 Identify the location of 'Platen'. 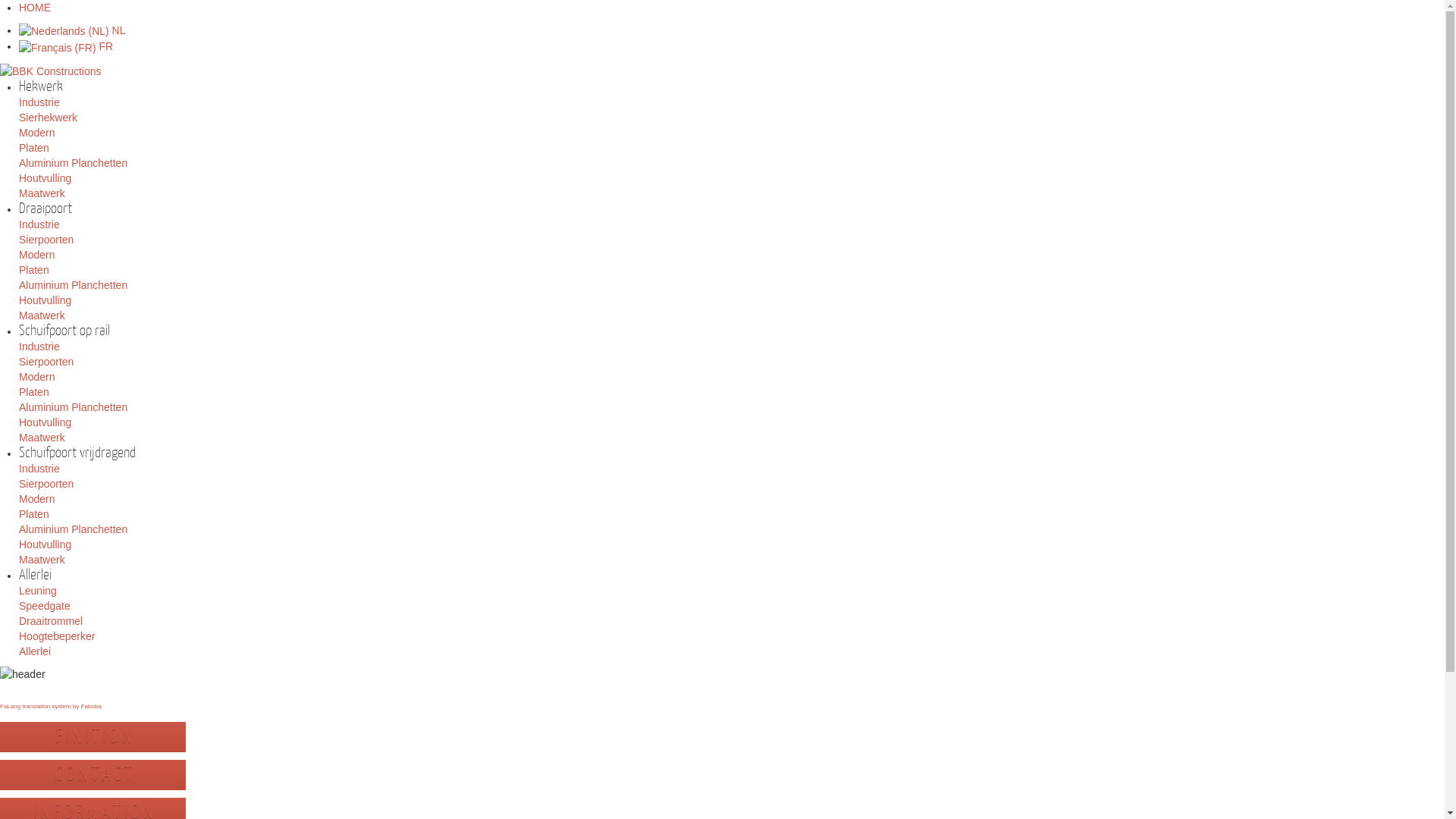
(33, 148).